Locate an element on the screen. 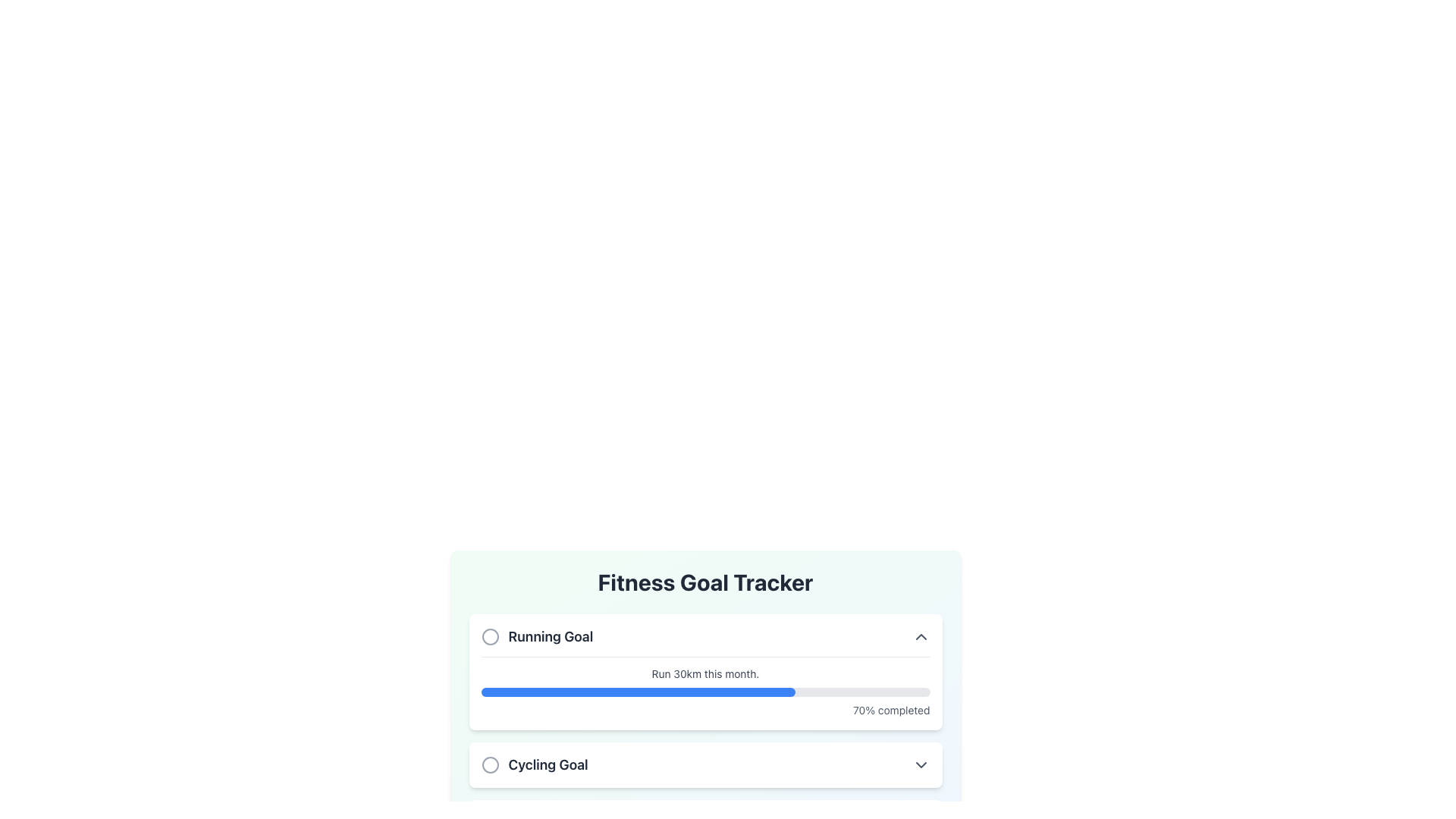 The height and width of the screenshot is (819, 1456). the progress represented by the progress bar indicating 70% completion of the 'Running Goal' is located at coordinates (638, 692).